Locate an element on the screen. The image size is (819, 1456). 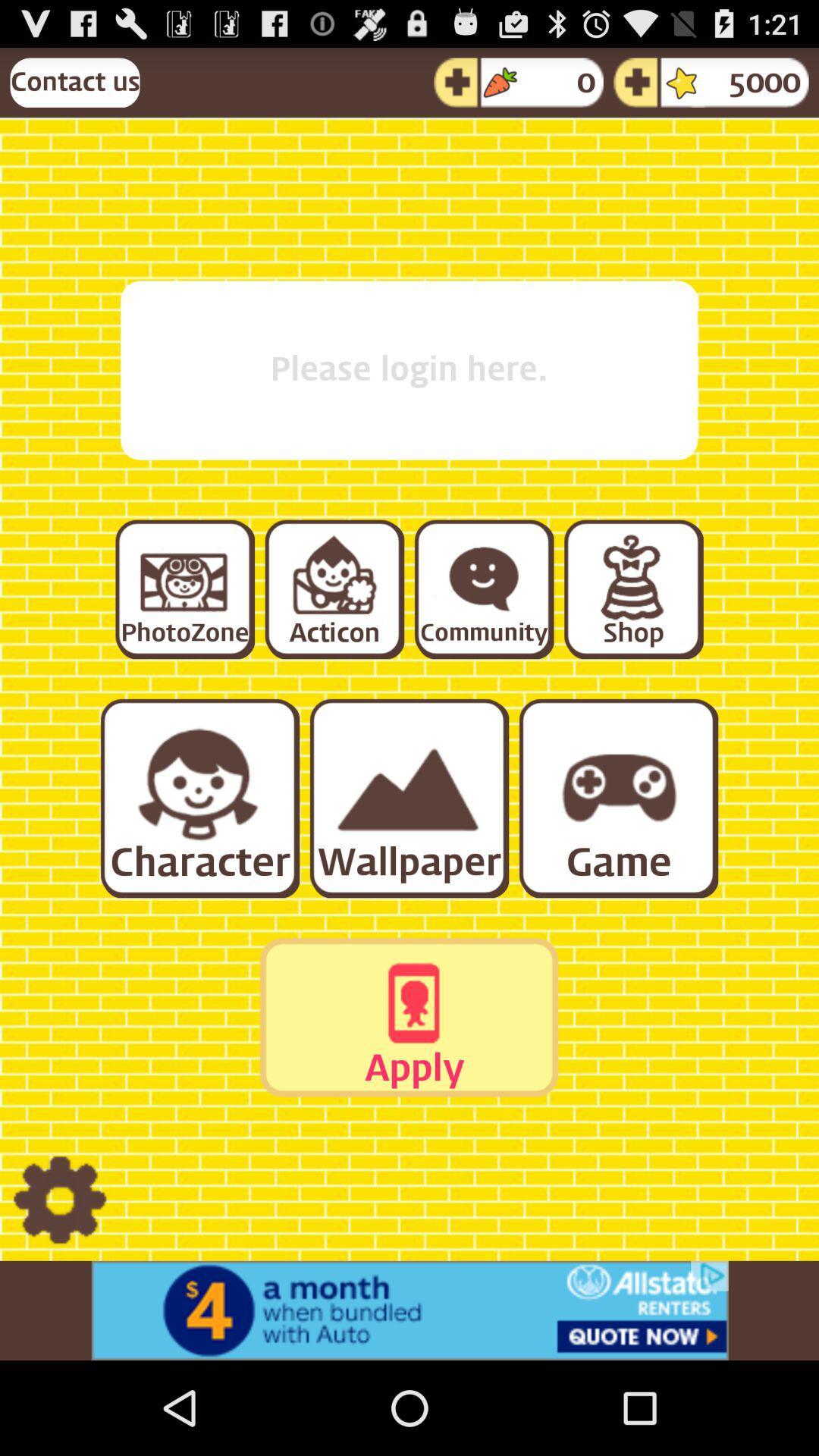
advertisement display is located at coordinates (409, 1310).